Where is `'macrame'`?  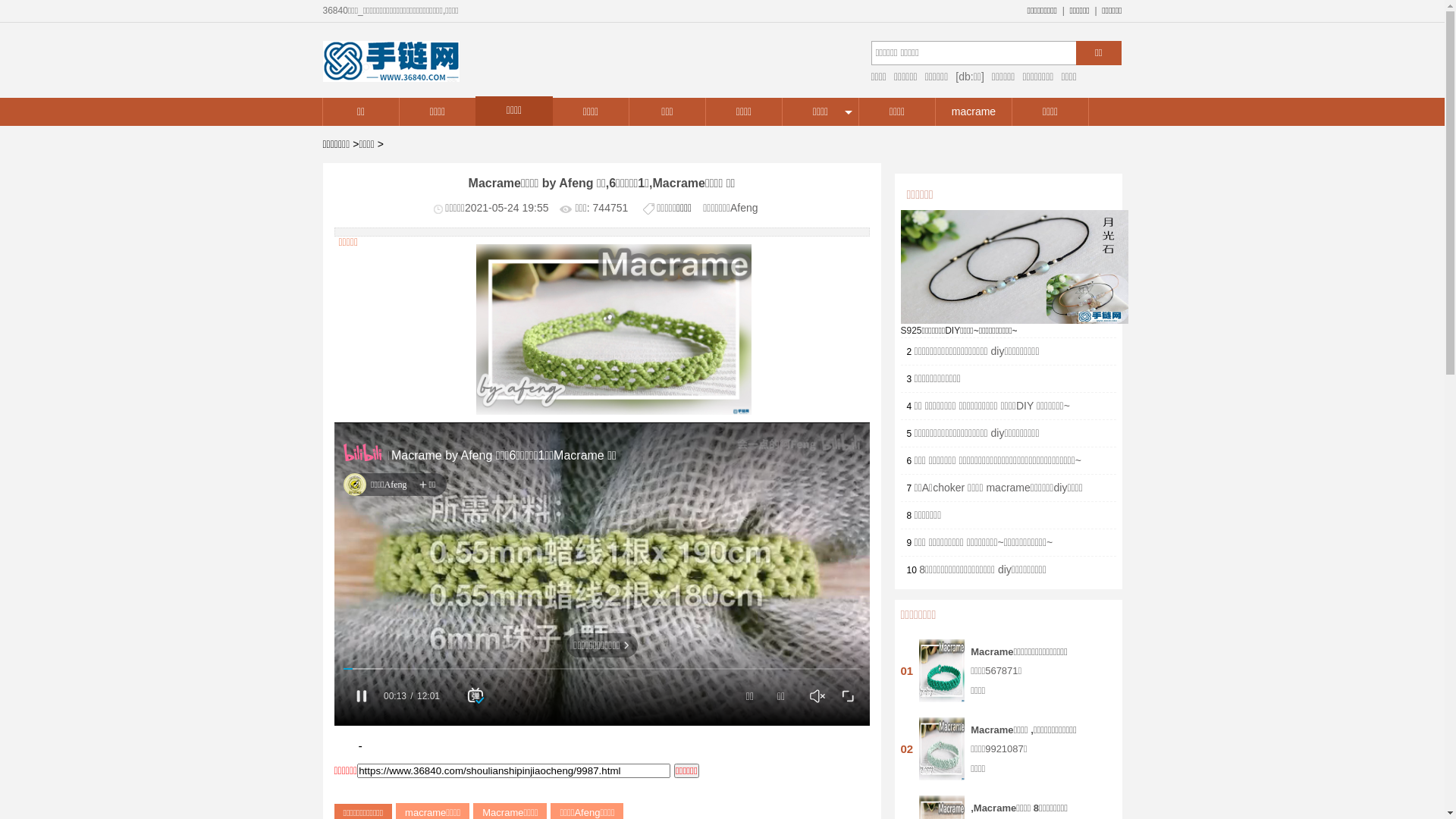
'macrame' is located at coordinates (934, 111).